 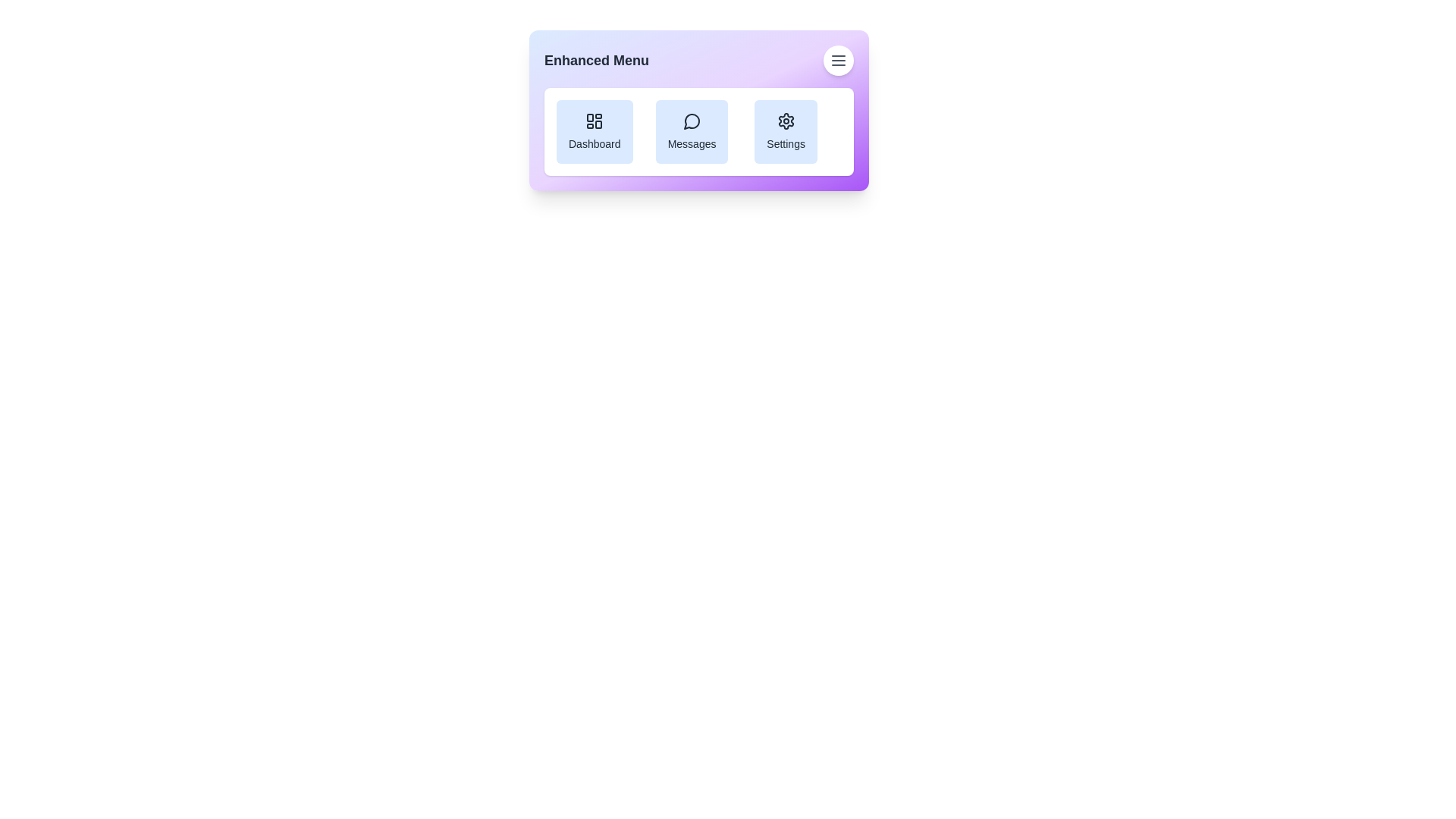 I want to click on the 'Enhanced Menu' text and read it, so click(x=596, y=60).